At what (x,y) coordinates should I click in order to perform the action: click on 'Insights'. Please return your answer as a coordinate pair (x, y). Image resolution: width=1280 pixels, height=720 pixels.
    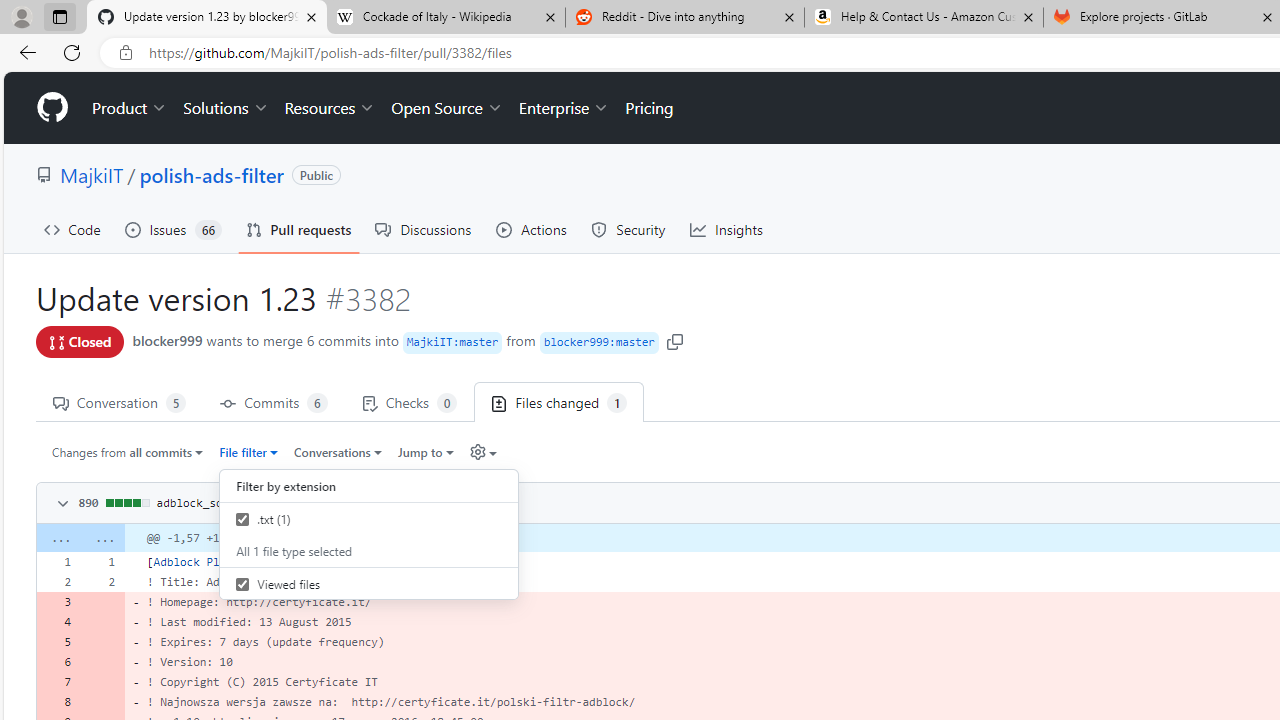
    Looking at the image, I should click on (726, 229).